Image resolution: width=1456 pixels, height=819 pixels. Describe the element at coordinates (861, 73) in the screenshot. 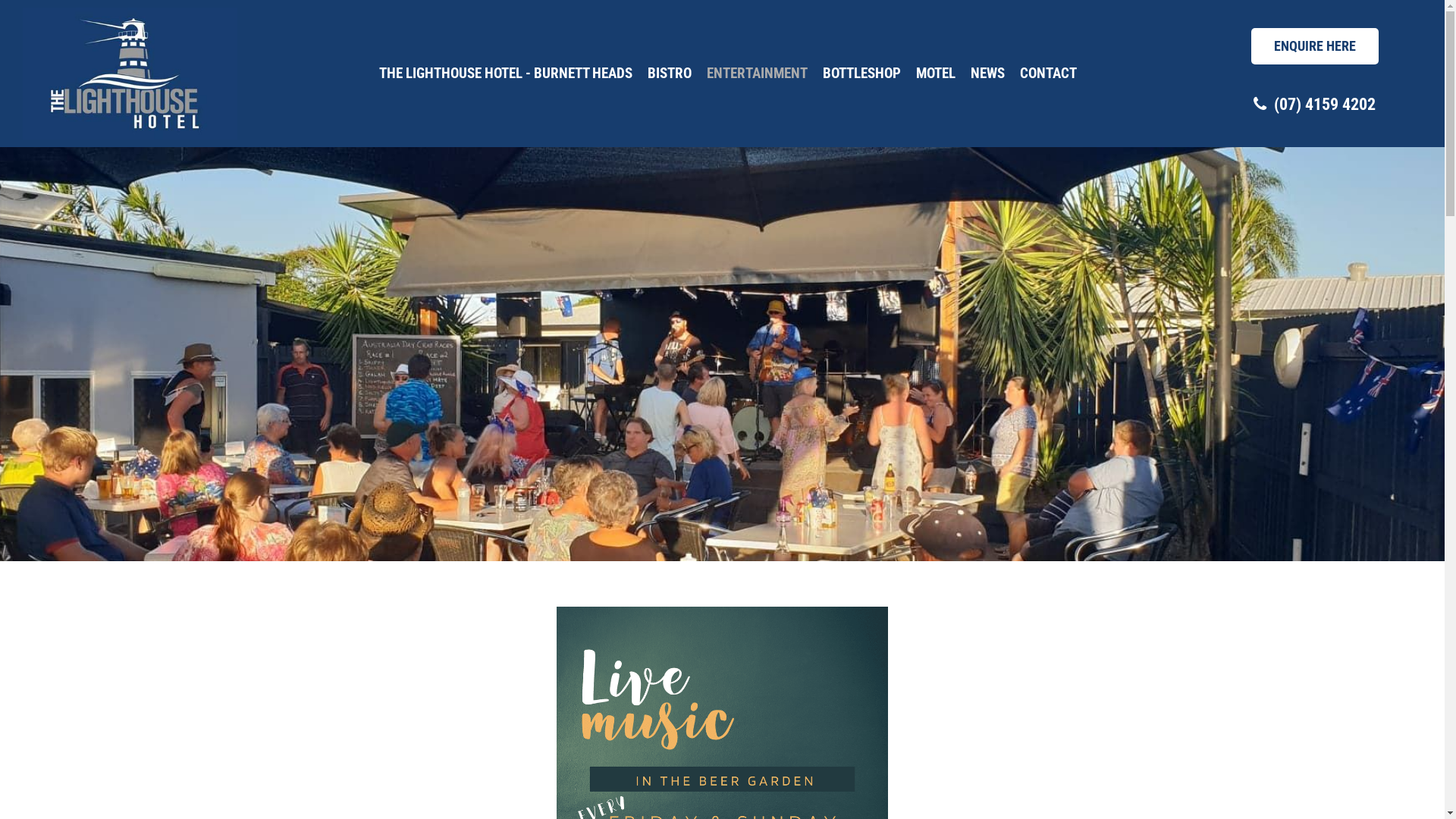

I see `'BOTTLESHOP'` at that location.